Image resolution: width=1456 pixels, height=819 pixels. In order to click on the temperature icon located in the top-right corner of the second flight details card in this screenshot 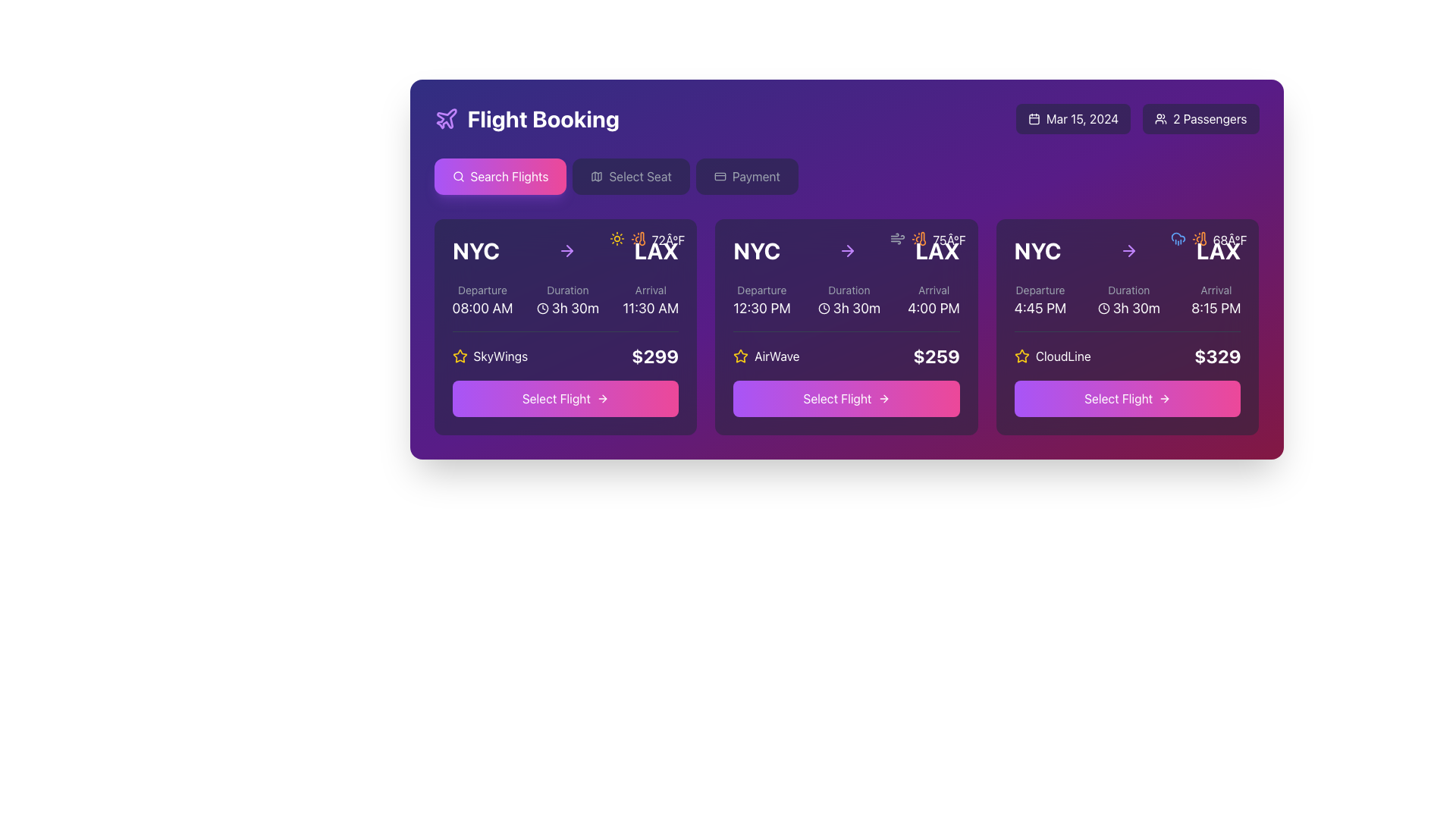, I will do `click(922, 239)`.